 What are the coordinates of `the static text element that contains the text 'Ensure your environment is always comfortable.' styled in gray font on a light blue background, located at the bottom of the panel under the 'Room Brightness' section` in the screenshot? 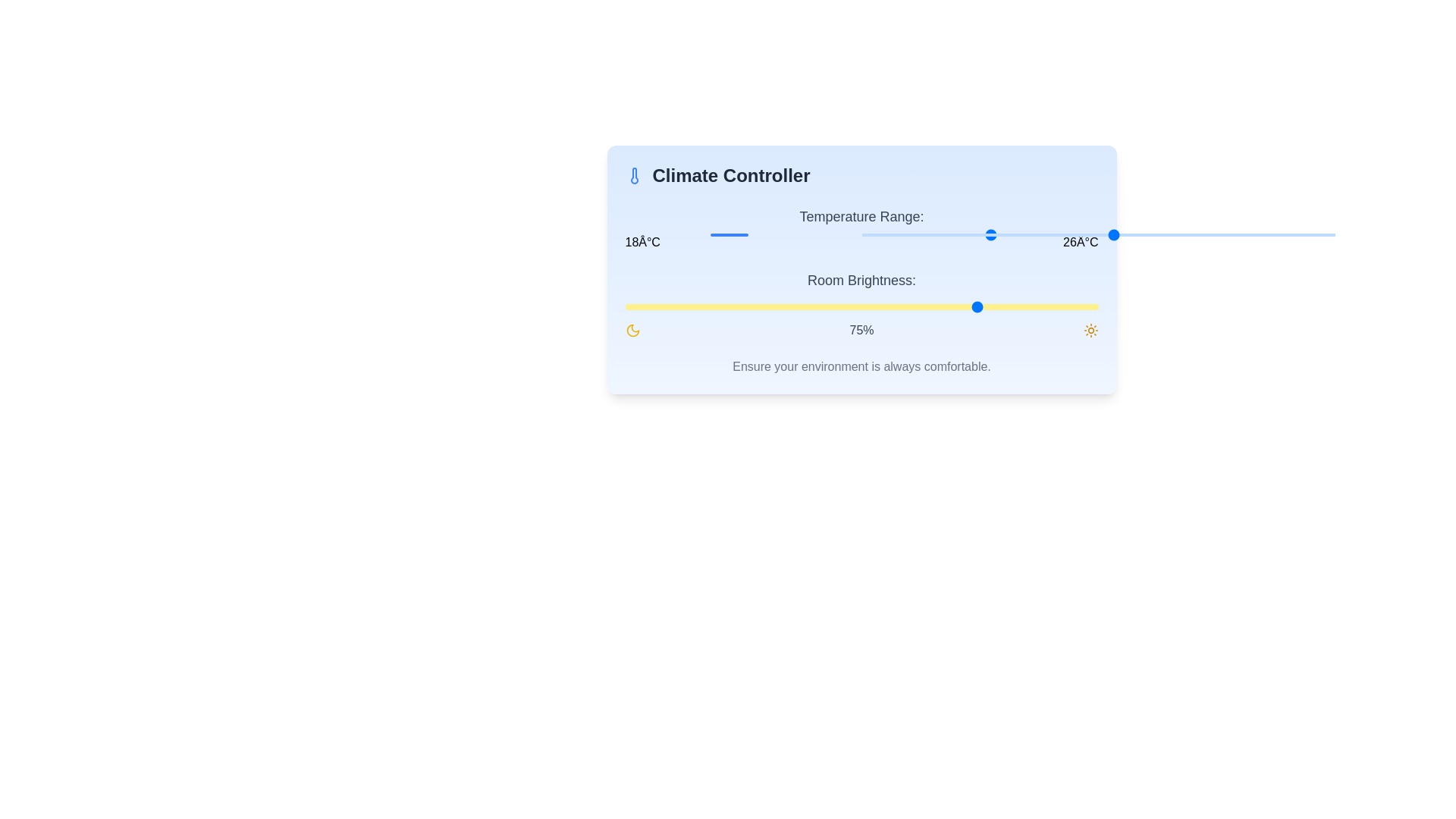 It's located at (861, 366).